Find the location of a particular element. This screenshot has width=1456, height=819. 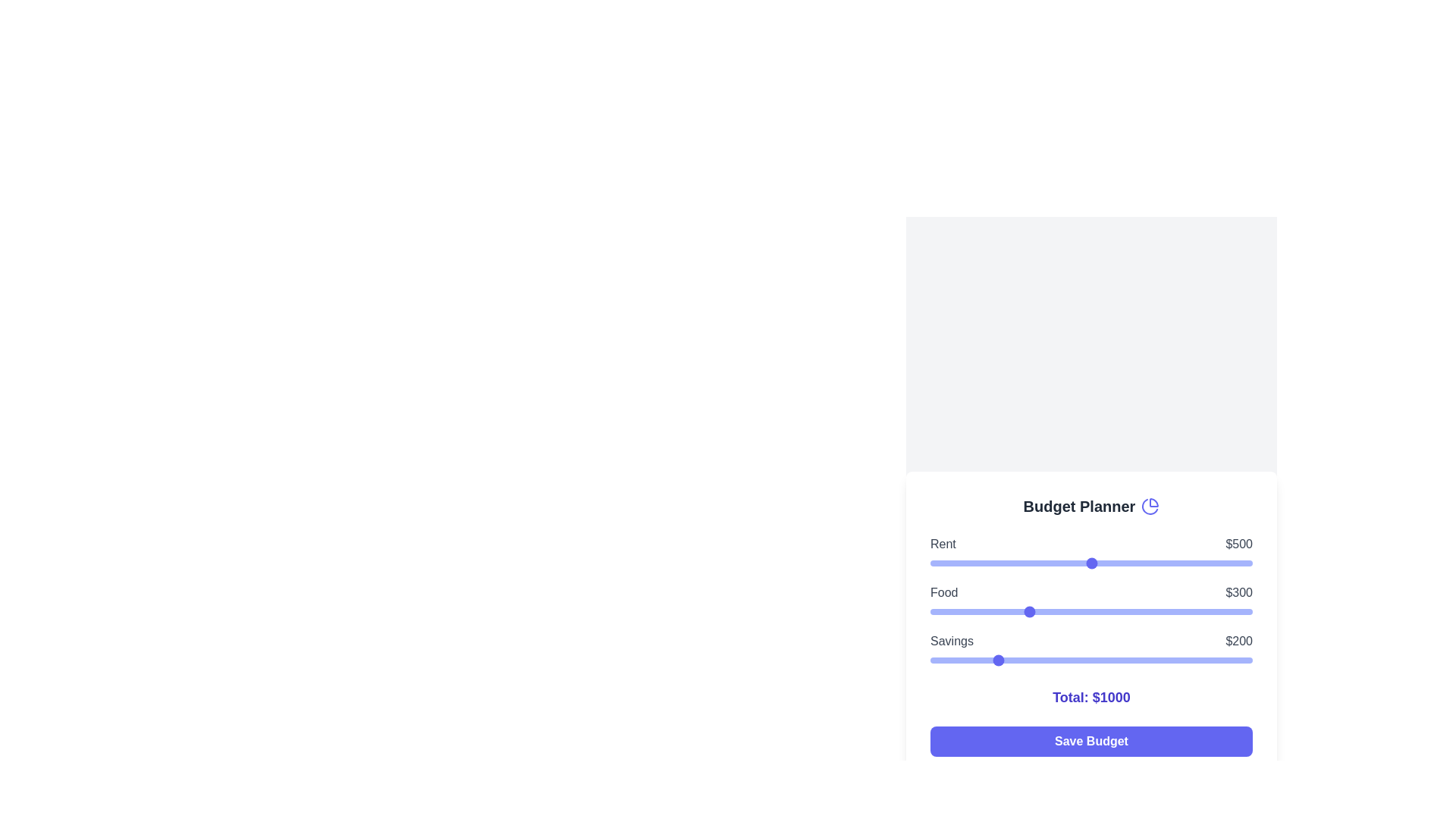

the food budget slider to 161 dollars is located at coordinates (982, 610).